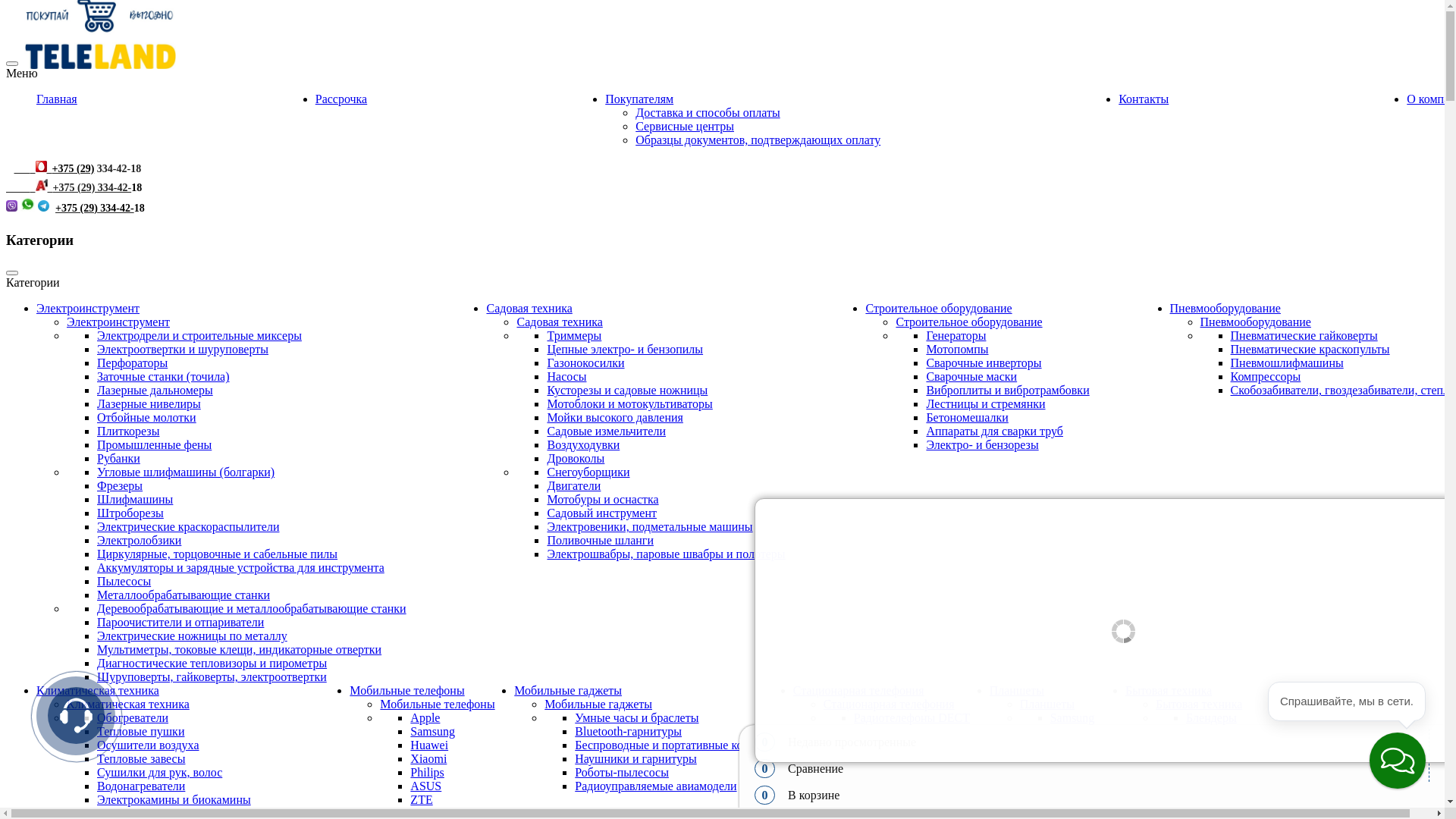 This screenshot has width=1456, height=819. What do you see at coordinates (428, 744) in the screenshot?
I see `'Huawei'` at bounding box center [428, 744].